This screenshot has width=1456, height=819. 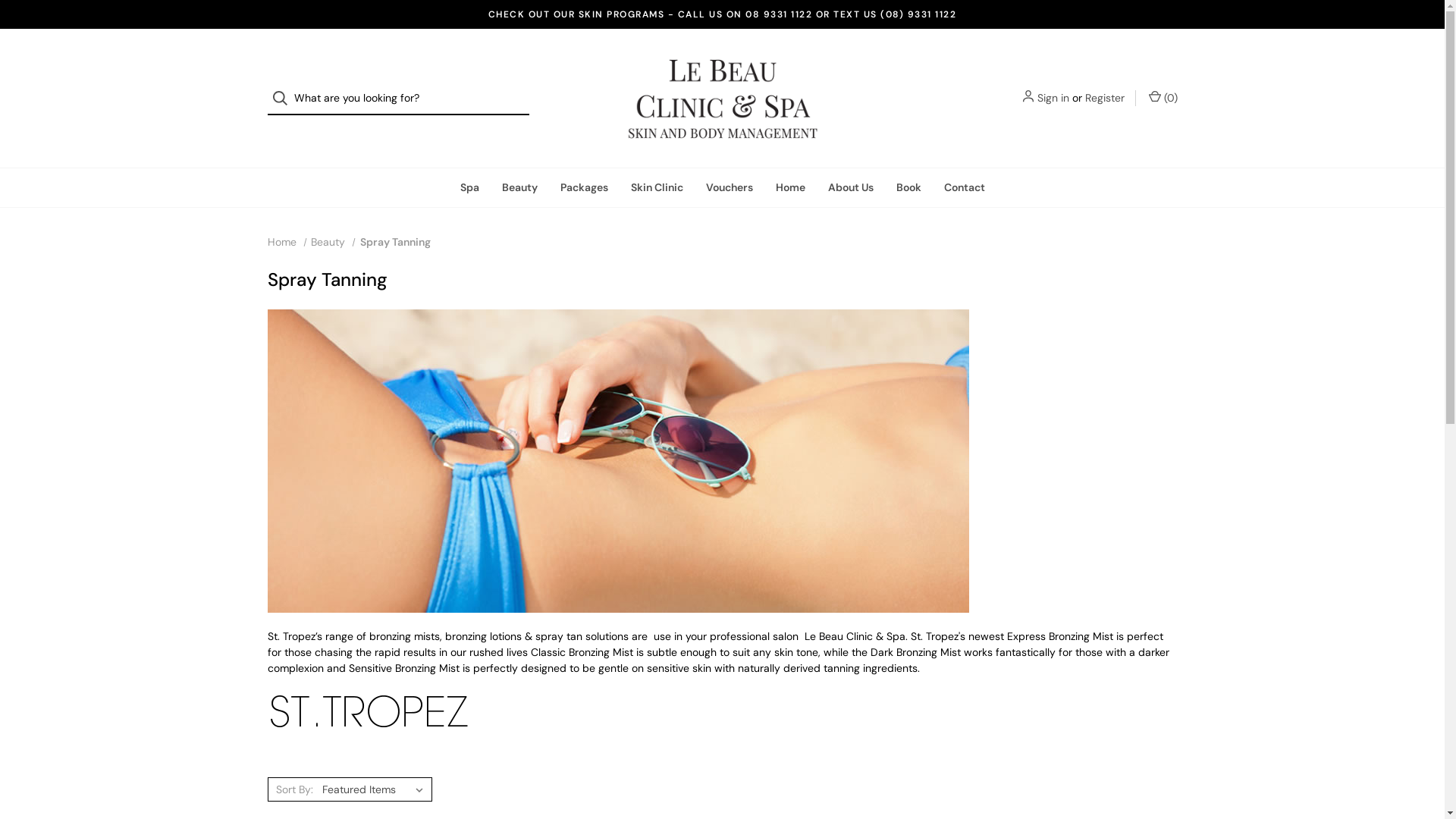 What do you see at coordinates (814, 187) in the screenshot?
I see `'About Us'` at bounding box center [814, 187].